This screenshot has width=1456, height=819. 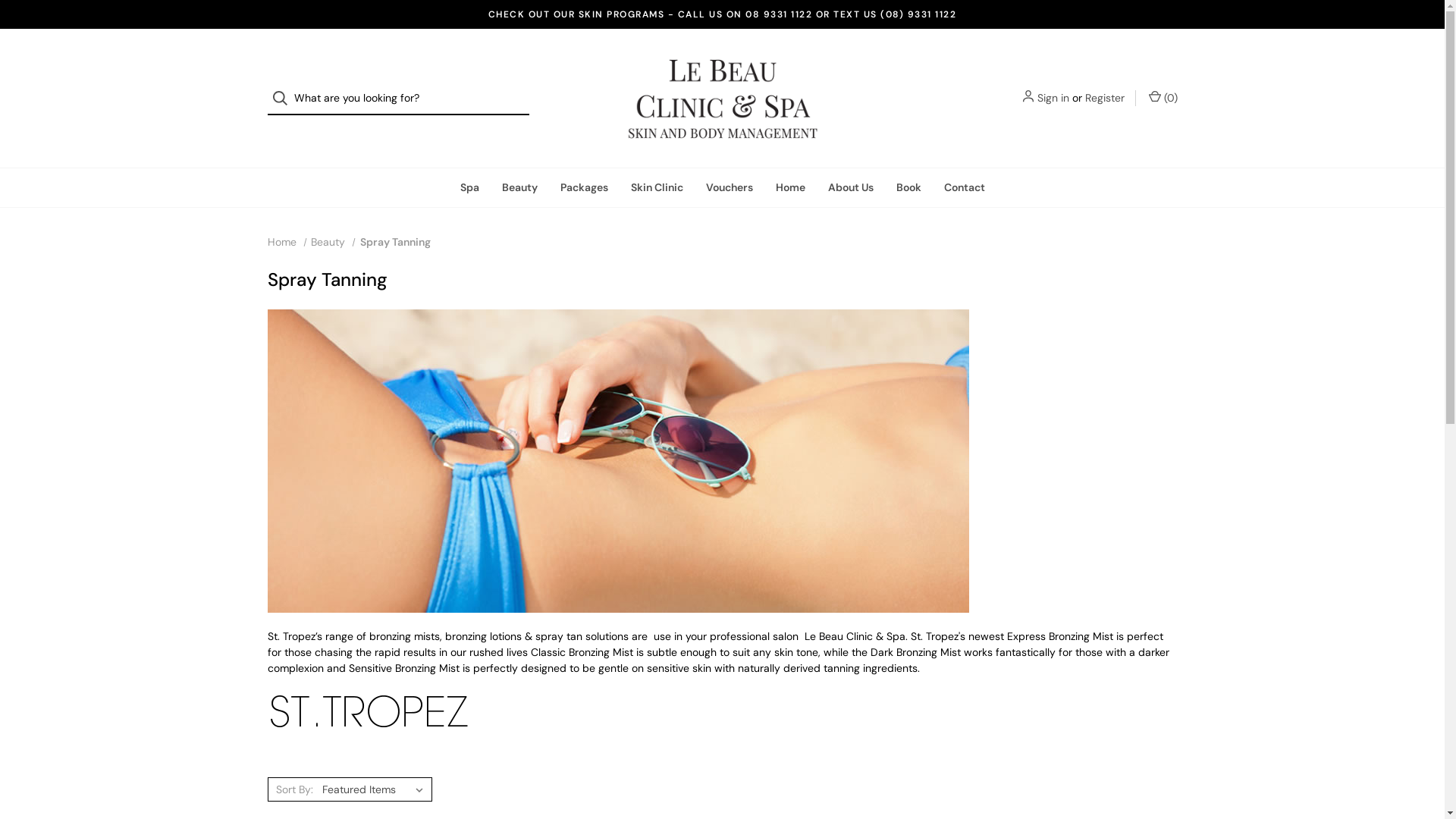 What do you see at coordinates (814, 187) in the screenshot?
I see `'About Us'` at bounding box center [814, 187].